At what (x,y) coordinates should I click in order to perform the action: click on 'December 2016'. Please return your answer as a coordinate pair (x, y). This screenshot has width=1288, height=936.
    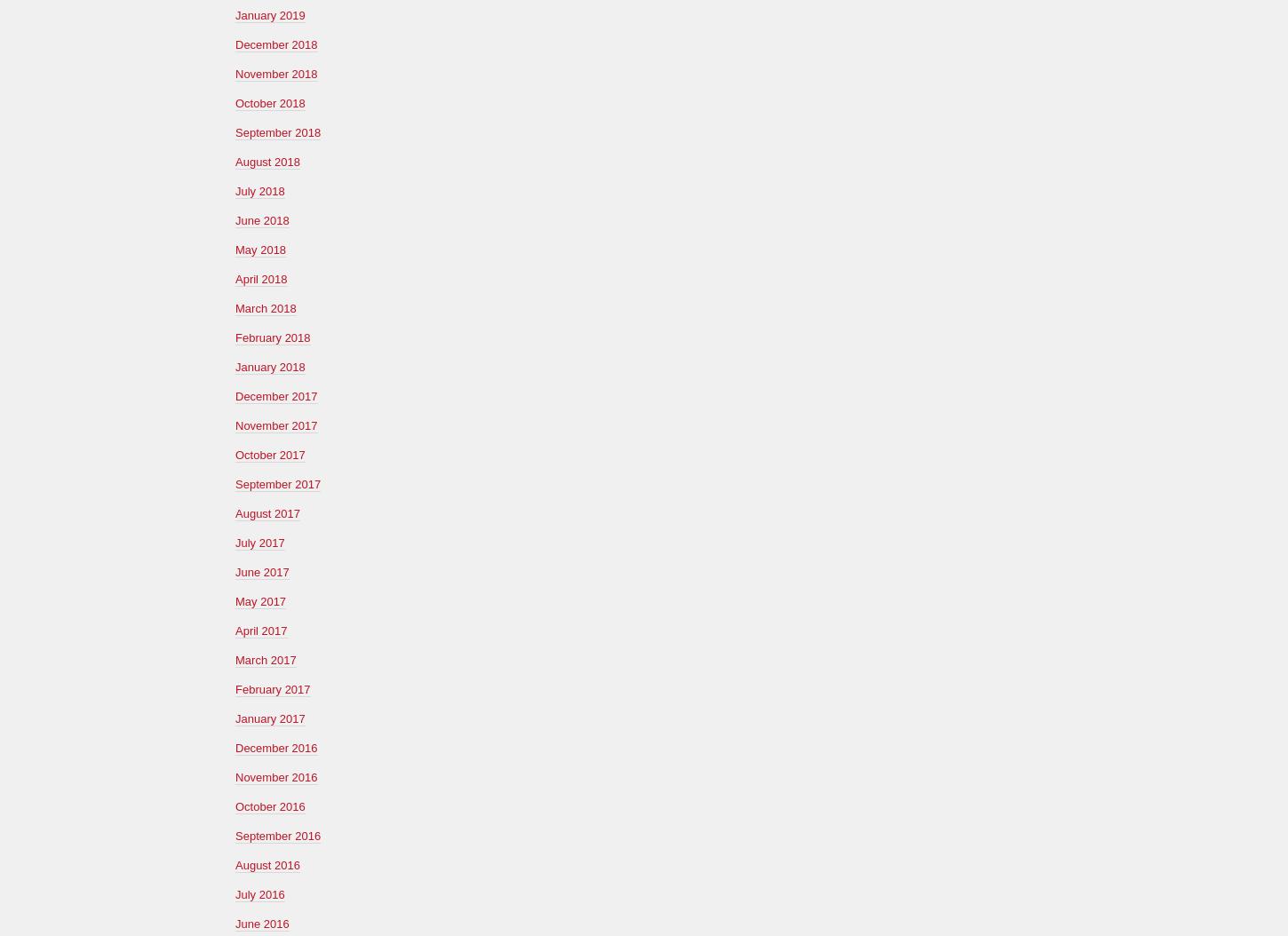
    Looking at the image, I should click on (276, 746).